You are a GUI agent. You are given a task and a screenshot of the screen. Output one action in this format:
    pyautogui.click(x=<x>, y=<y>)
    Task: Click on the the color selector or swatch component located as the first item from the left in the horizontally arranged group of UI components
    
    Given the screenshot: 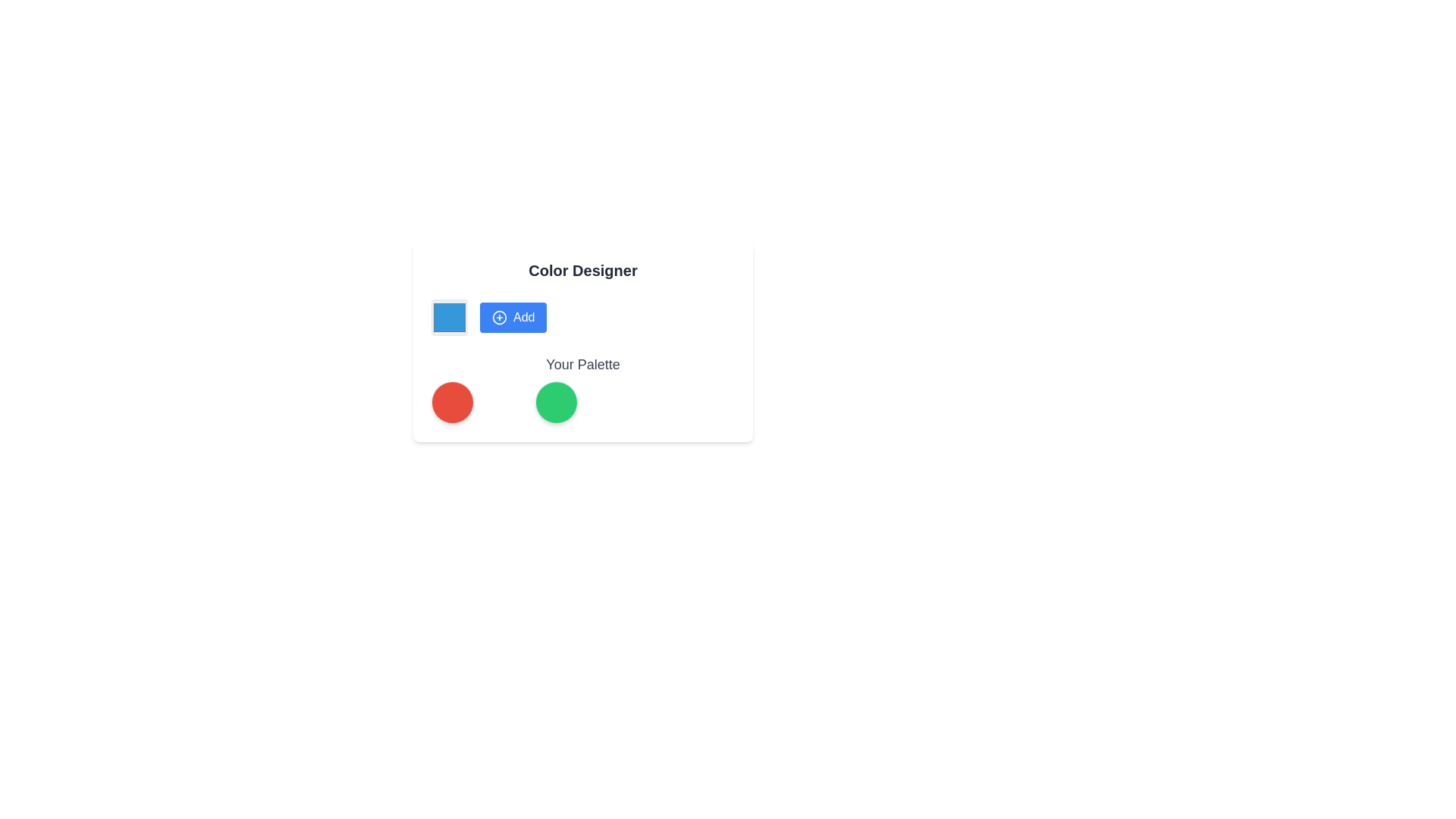 What is the action you would take?
    pyautogui.click(x=449, y=317)
    